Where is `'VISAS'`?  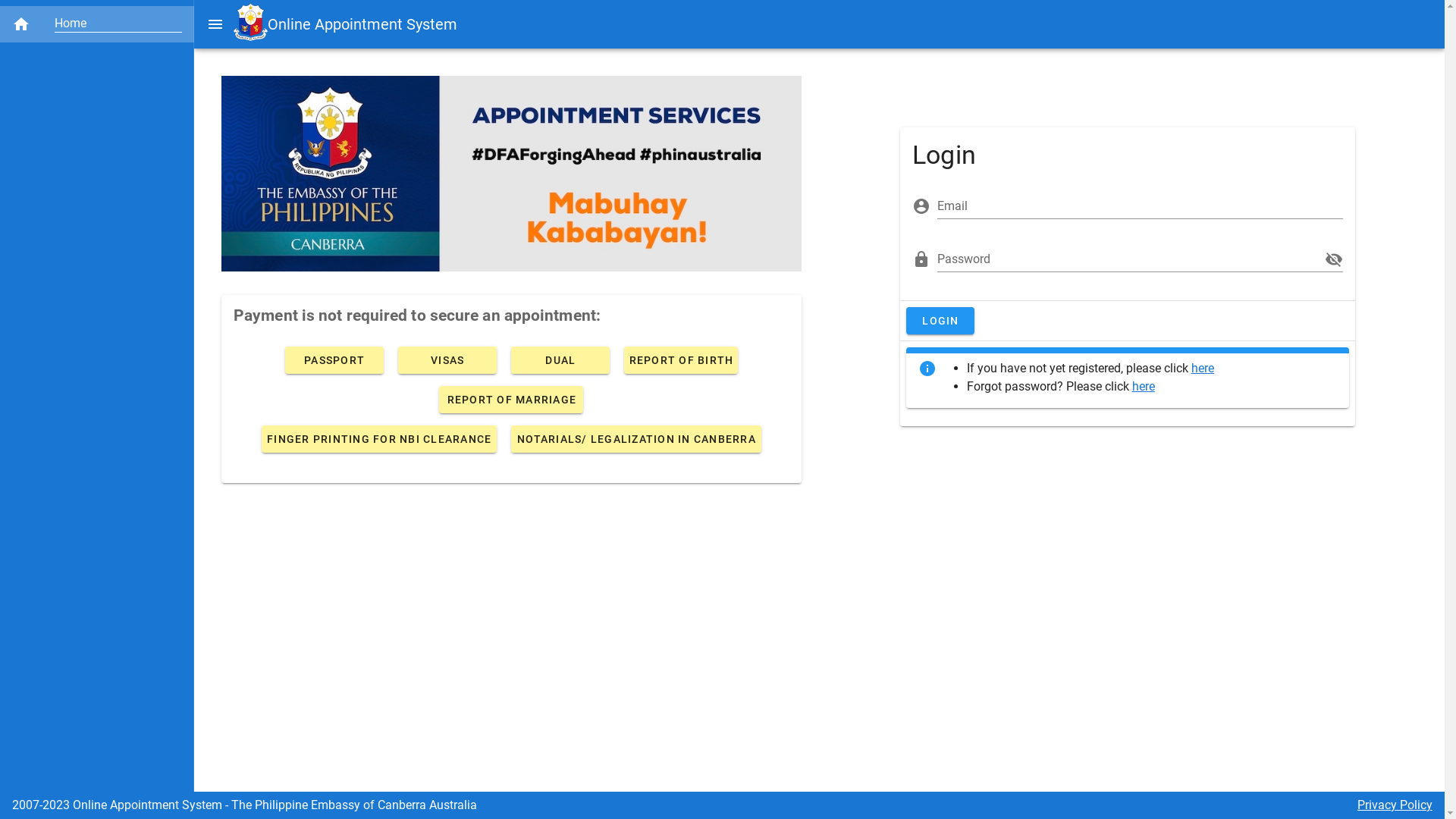 'VISAS' is located at coordinates (447, 359).